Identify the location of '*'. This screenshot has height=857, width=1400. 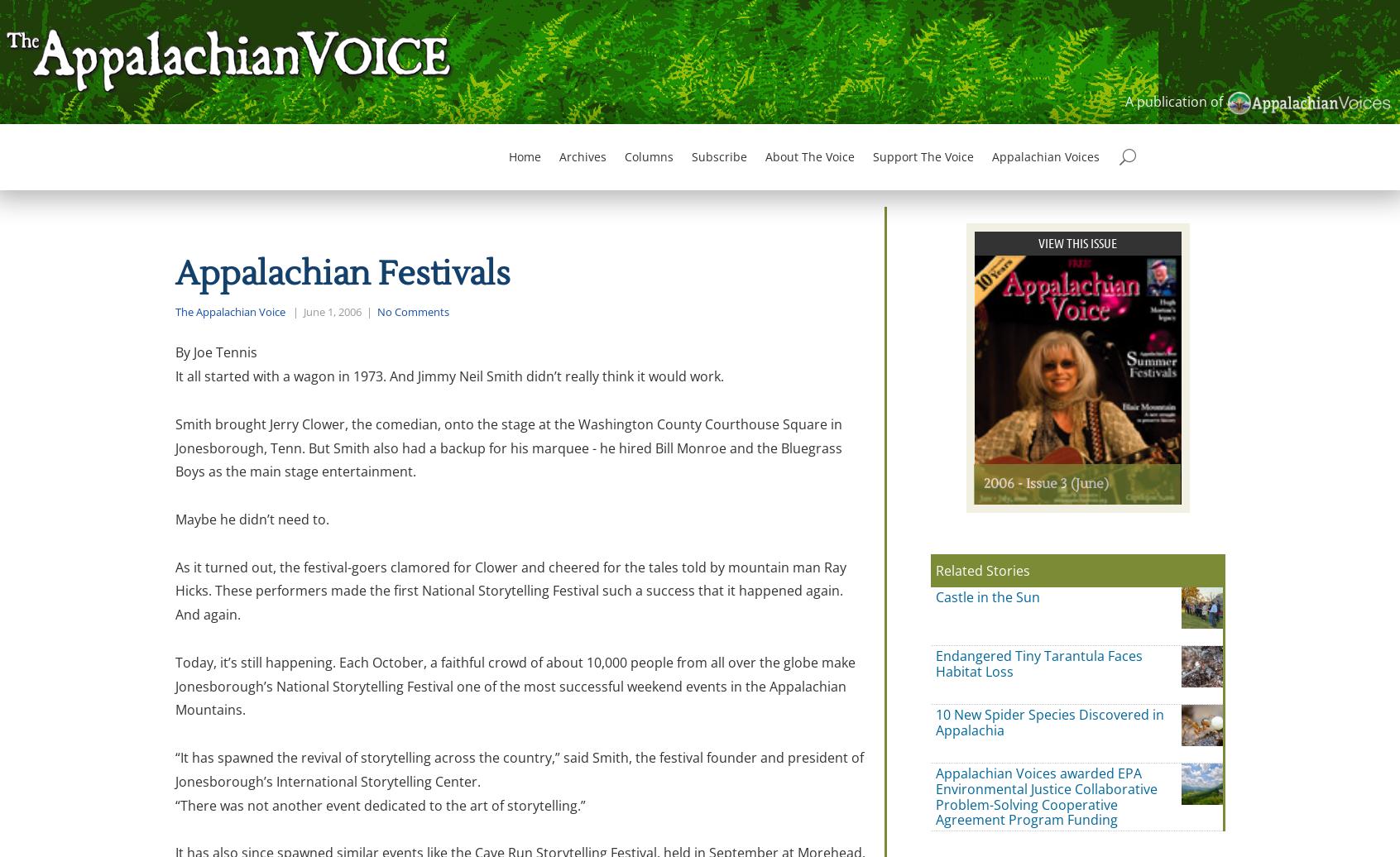
(645, 698).